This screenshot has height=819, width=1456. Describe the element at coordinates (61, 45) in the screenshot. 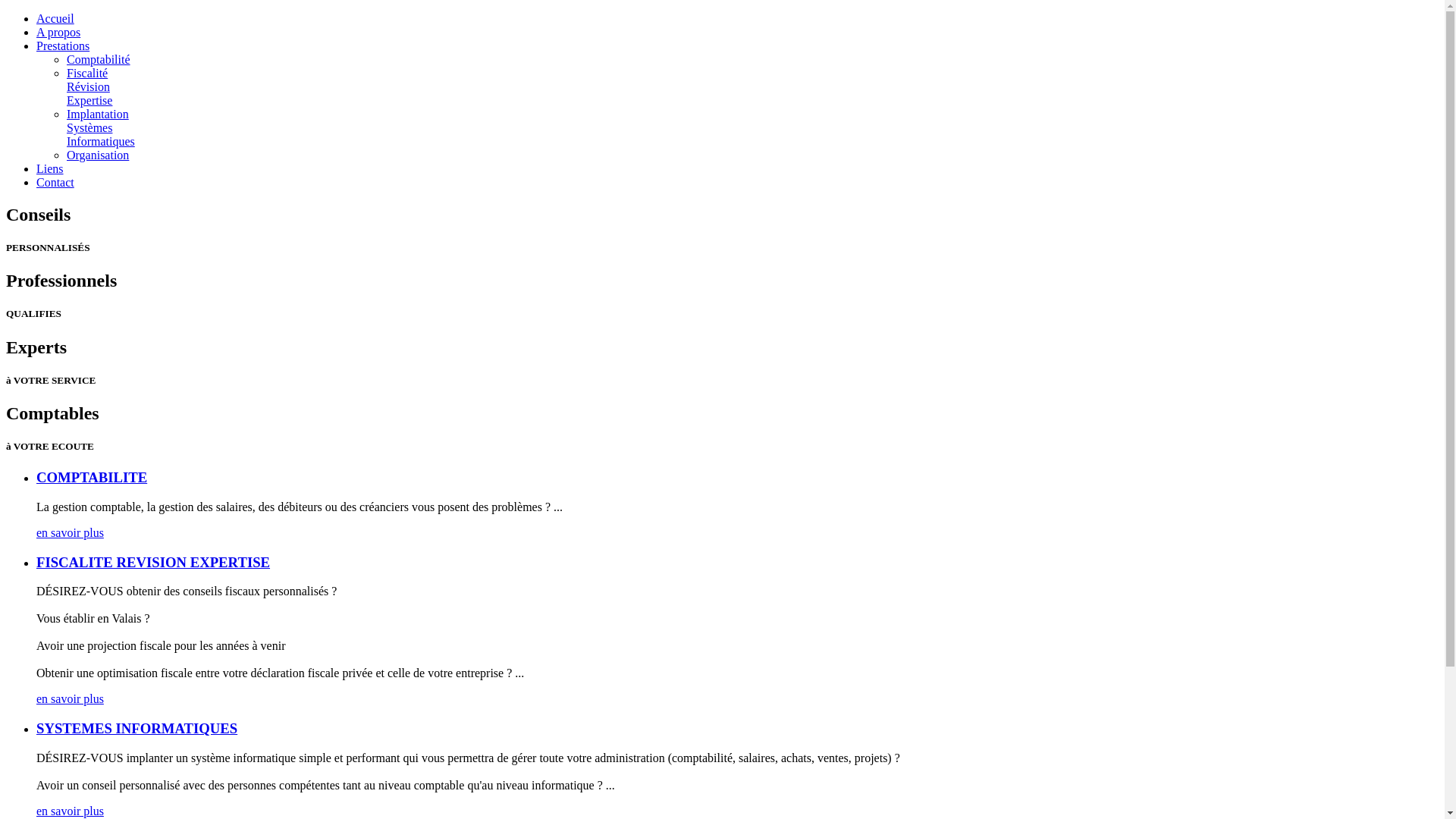

I see `'Prestations'` at that location.